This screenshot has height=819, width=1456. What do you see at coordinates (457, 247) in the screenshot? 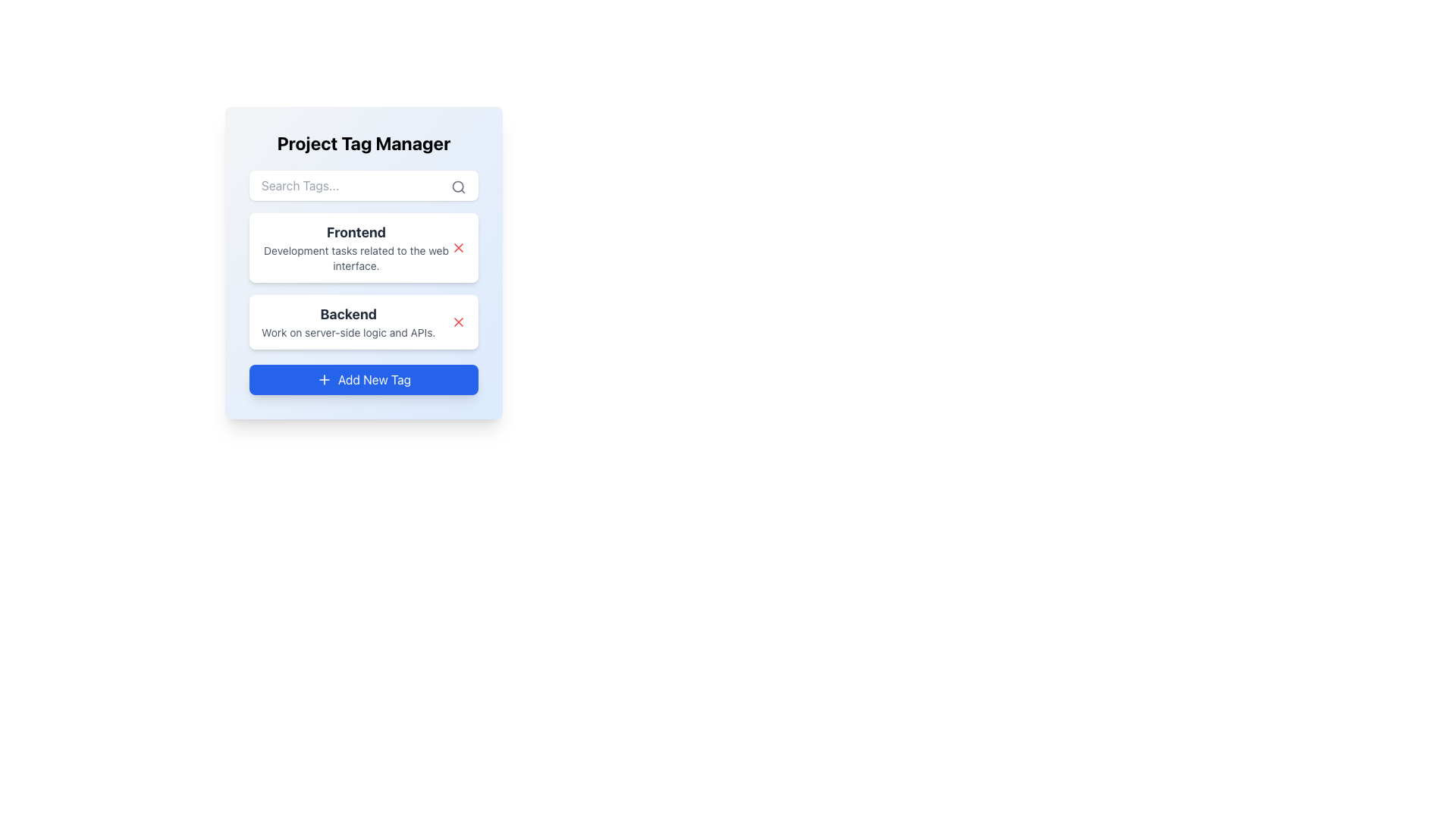
I see `attributes of the 'X' vector graphical line element within the SVG icon, which is used for deleting the second list item near the right side of the 'Backend' text` at bounding box center [457, 247].